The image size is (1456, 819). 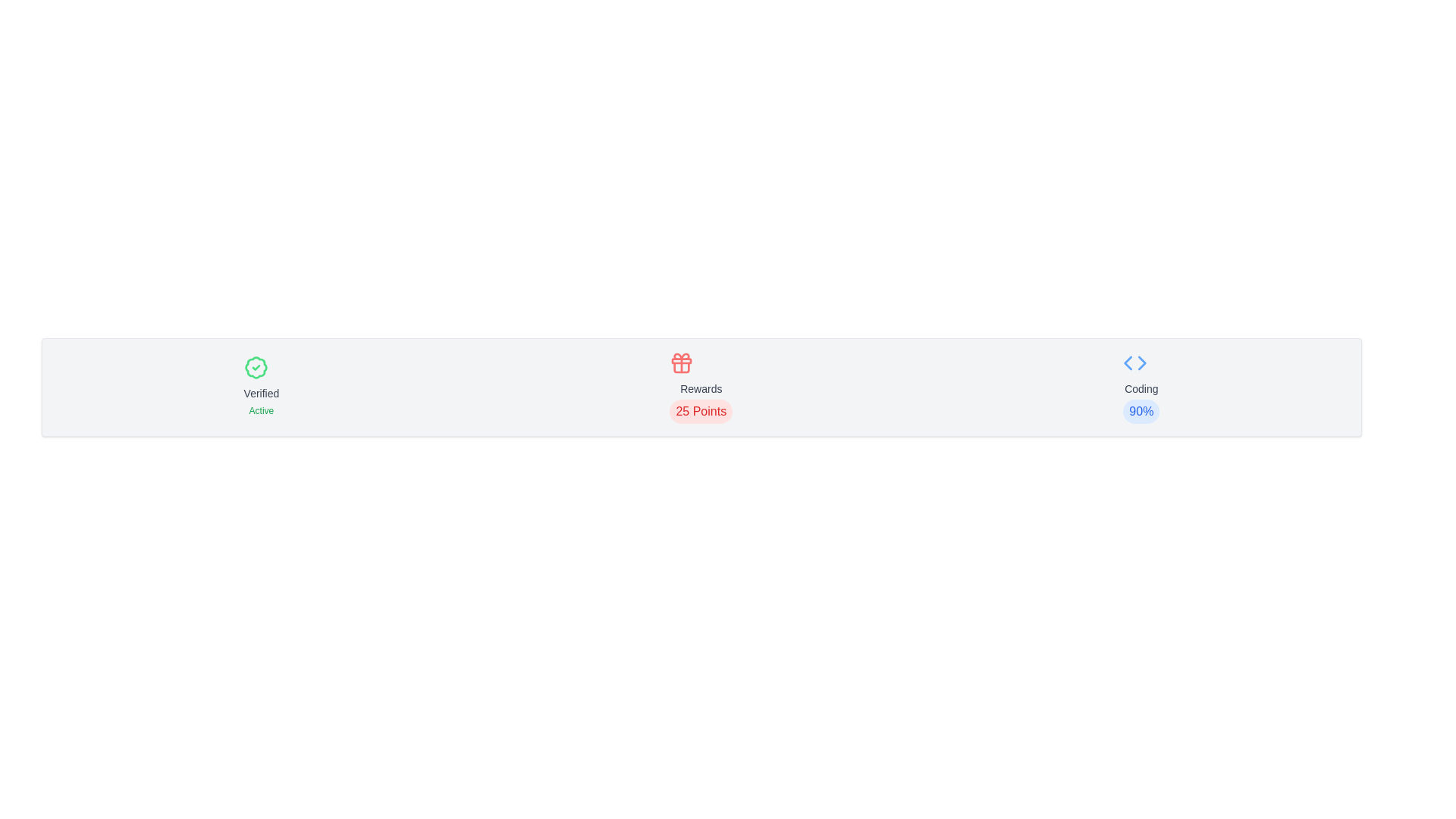 What do you see at coordinates (1141, 388) in the screenshot?
I see `the static text label displaying 'Coding' in gray font, positioned below a coding-related icon and above the percentage text '90%'` at bounding box center [1141, 388].